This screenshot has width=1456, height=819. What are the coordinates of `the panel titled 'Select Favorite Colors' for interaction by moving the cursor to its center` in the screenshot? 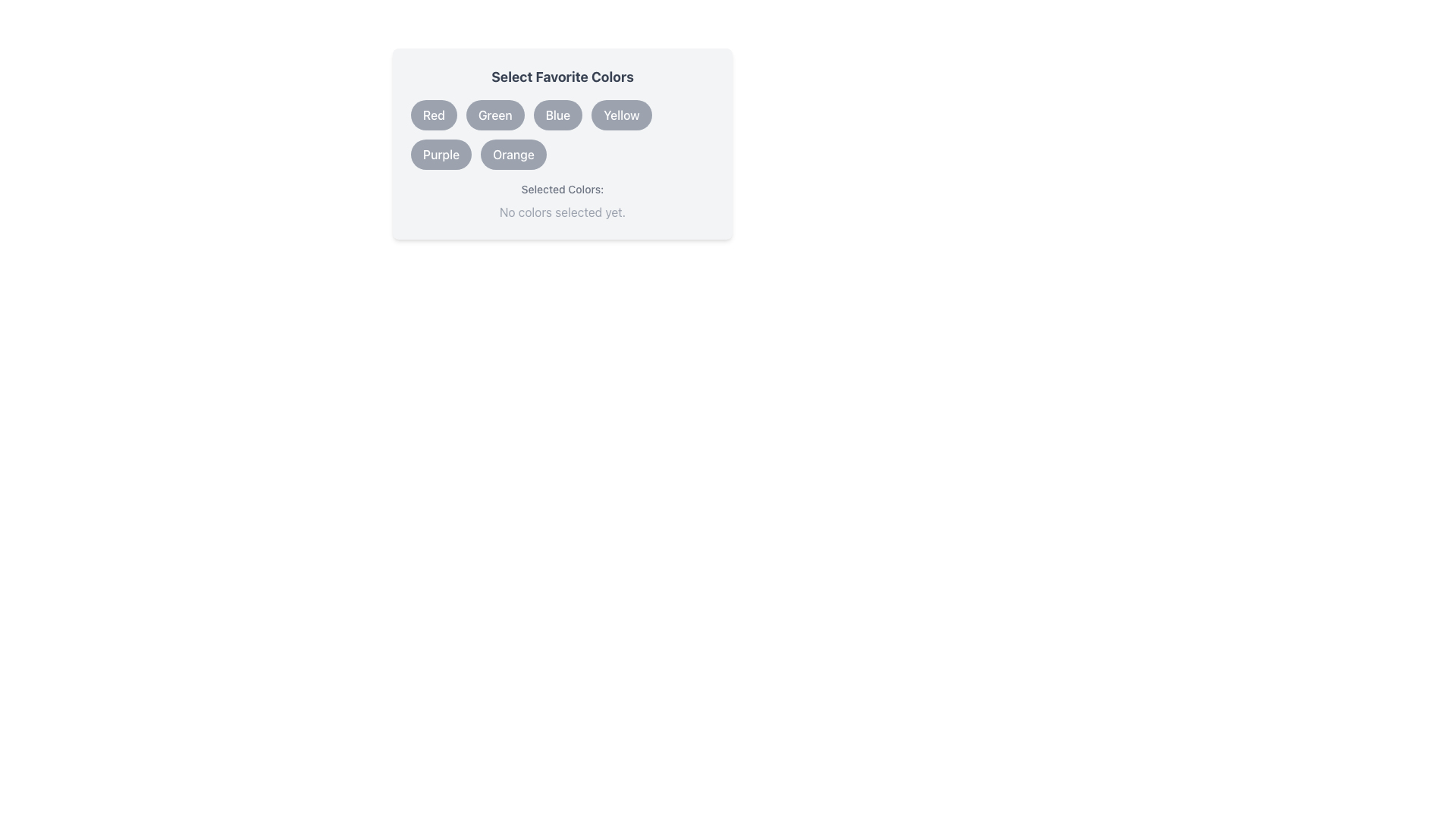 It's located at (562, 155).